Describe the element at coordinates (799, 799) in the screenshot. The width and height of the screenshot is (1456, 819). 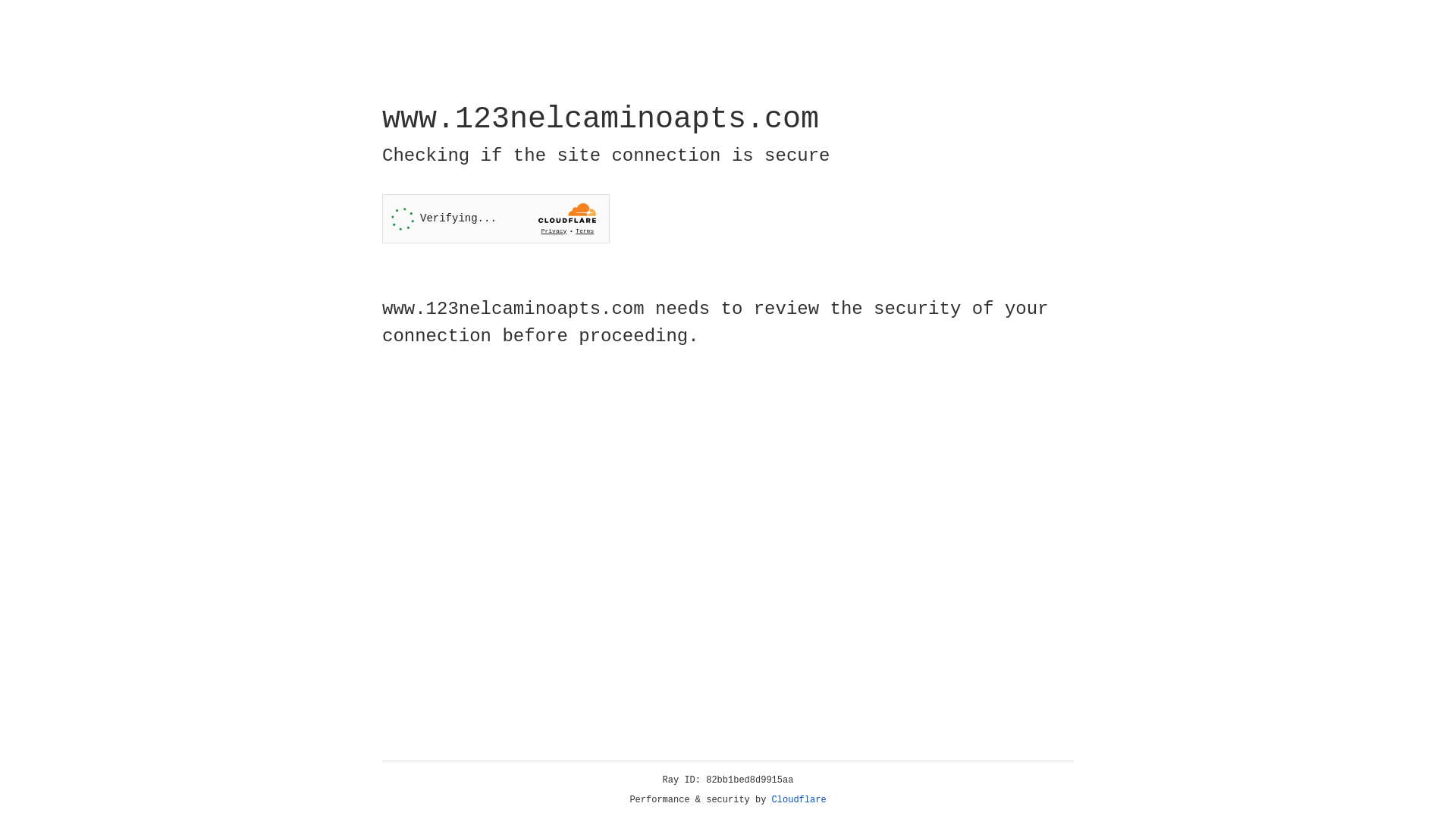
I see `'Cloudflare'` at that location.